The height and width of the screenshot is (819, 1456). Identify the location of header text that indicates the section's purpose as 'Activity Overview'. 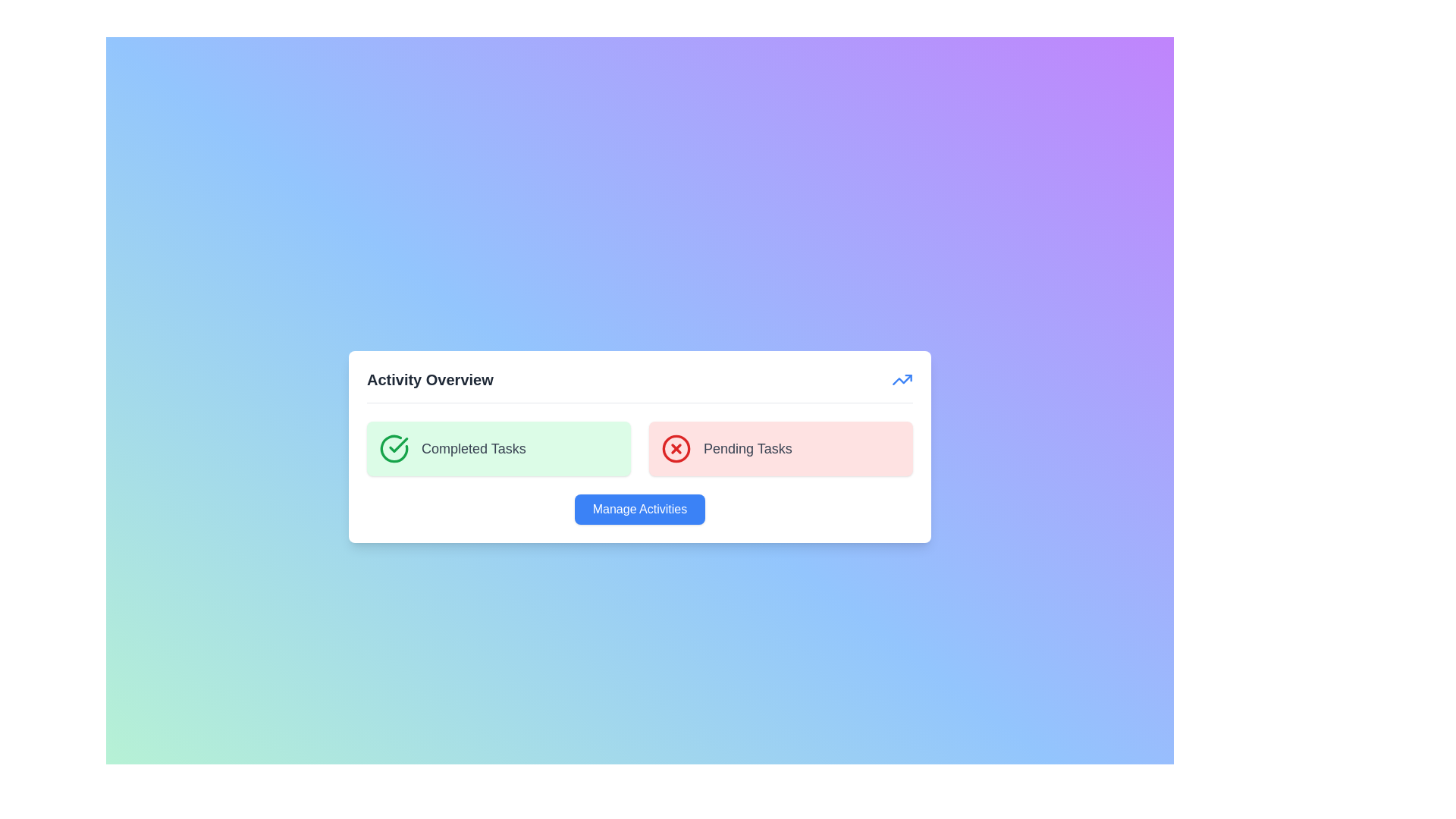
(429, 378).